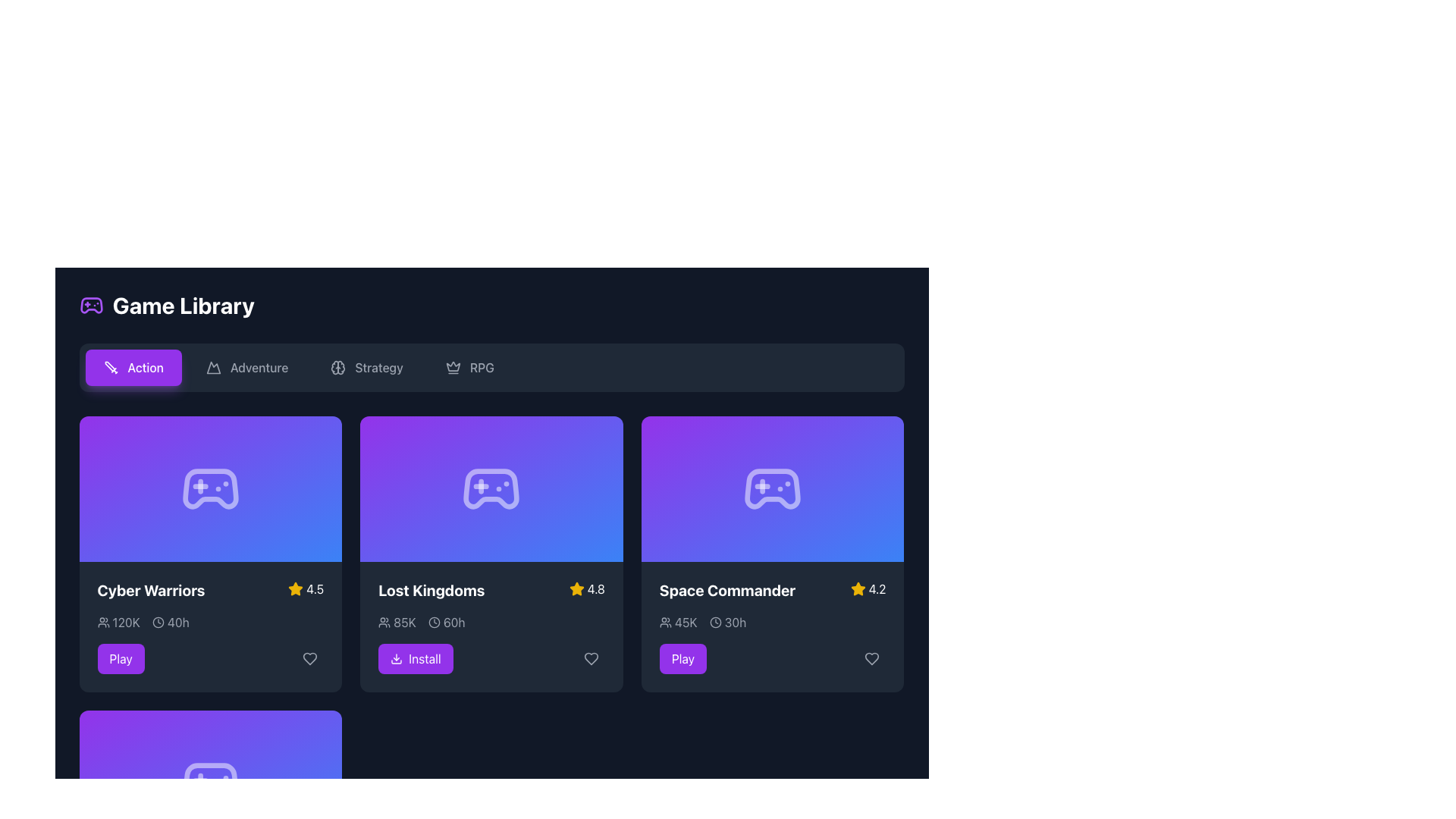 The image size is (1456, 819). What do you see at coordinates (209, 626) in the screenshot?
I see `the lower section of the card in the first column of the game library interface that provides details related to the game ‘Cyber Warriors’` at bounding box center [209, 626].